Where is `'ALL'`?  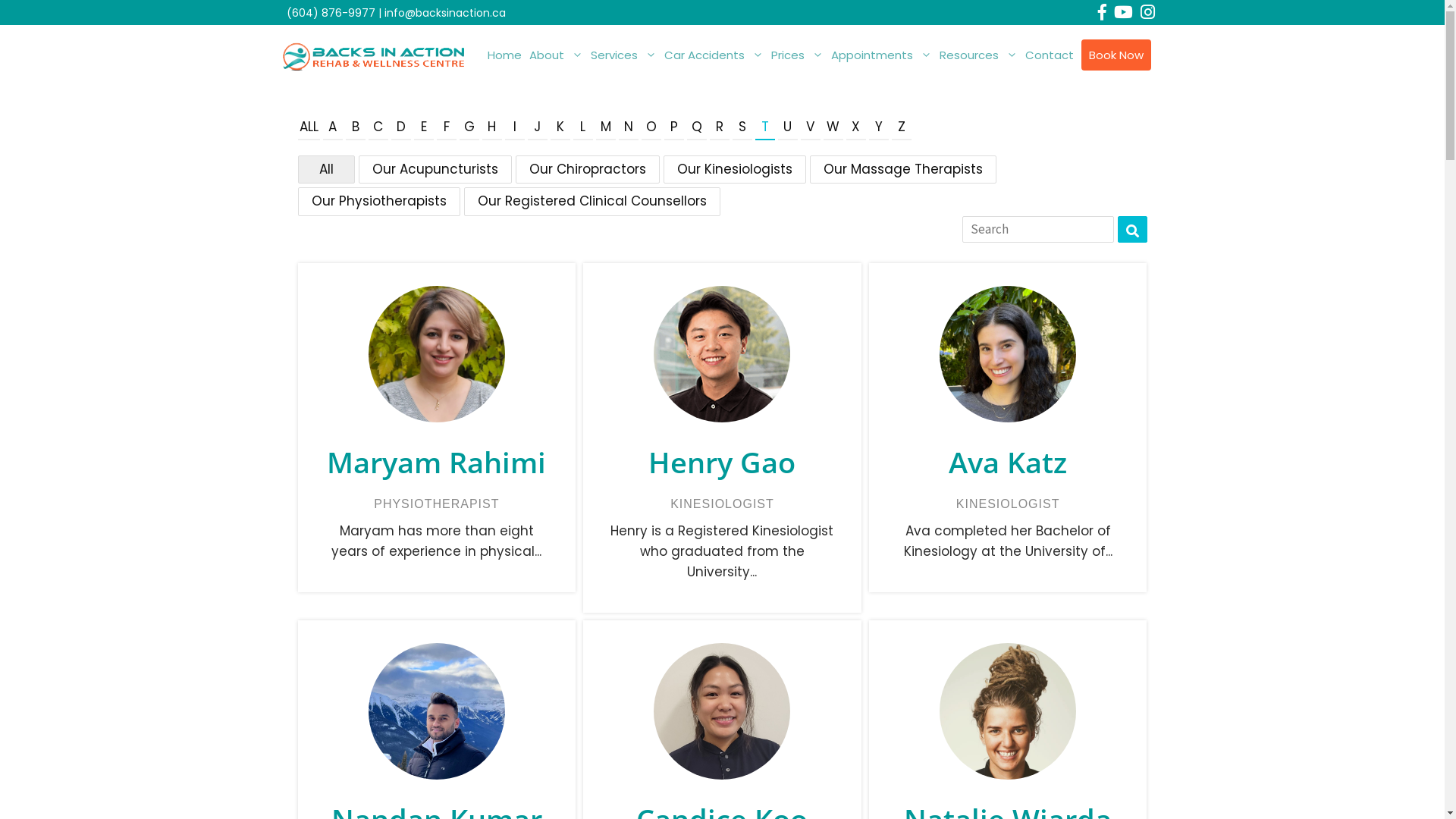 'ALL' is located at coordinates (307, 127).